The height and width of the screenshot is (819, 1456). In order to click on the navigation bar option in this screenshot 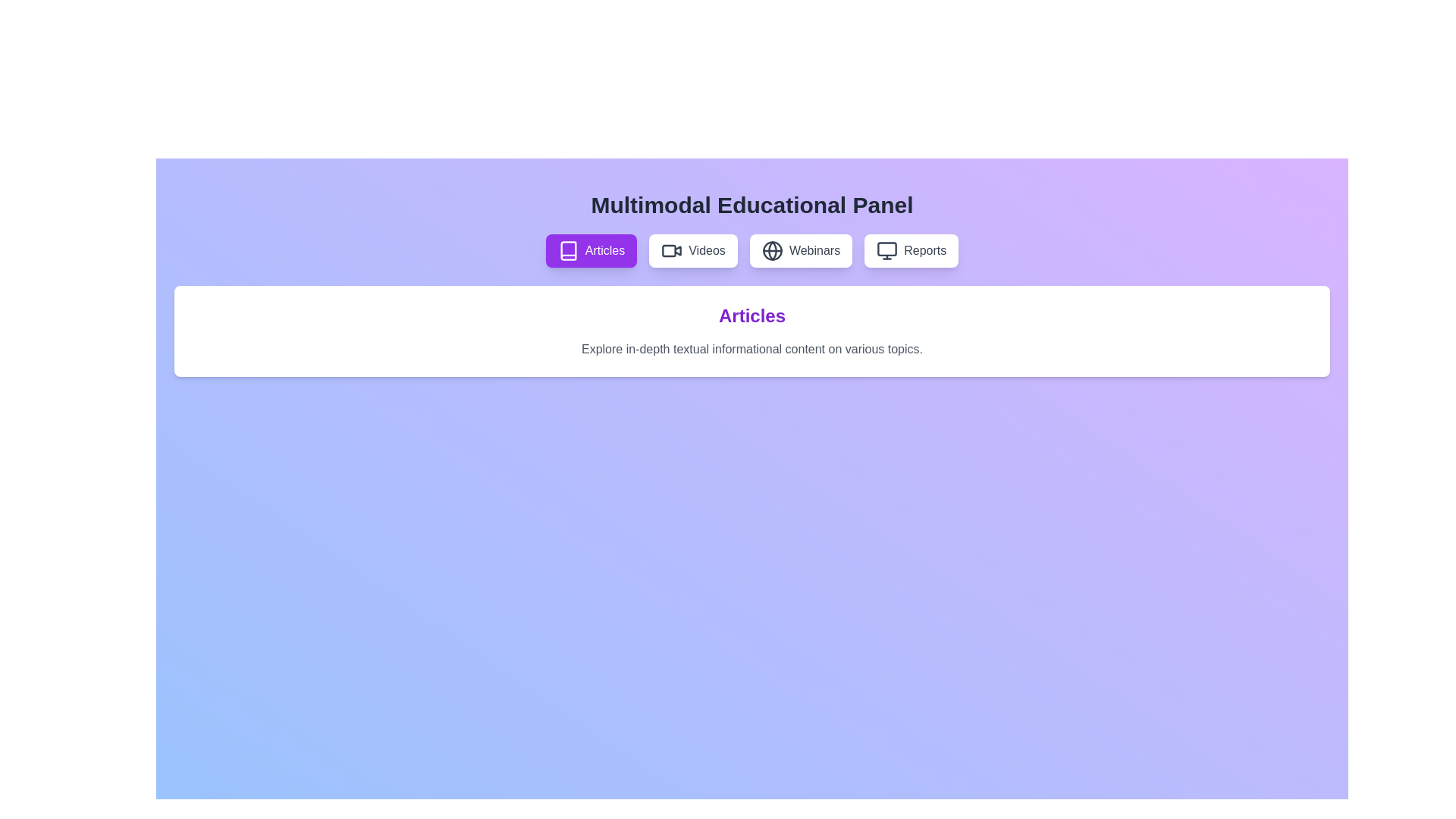, I will do `click(752, 250)`.